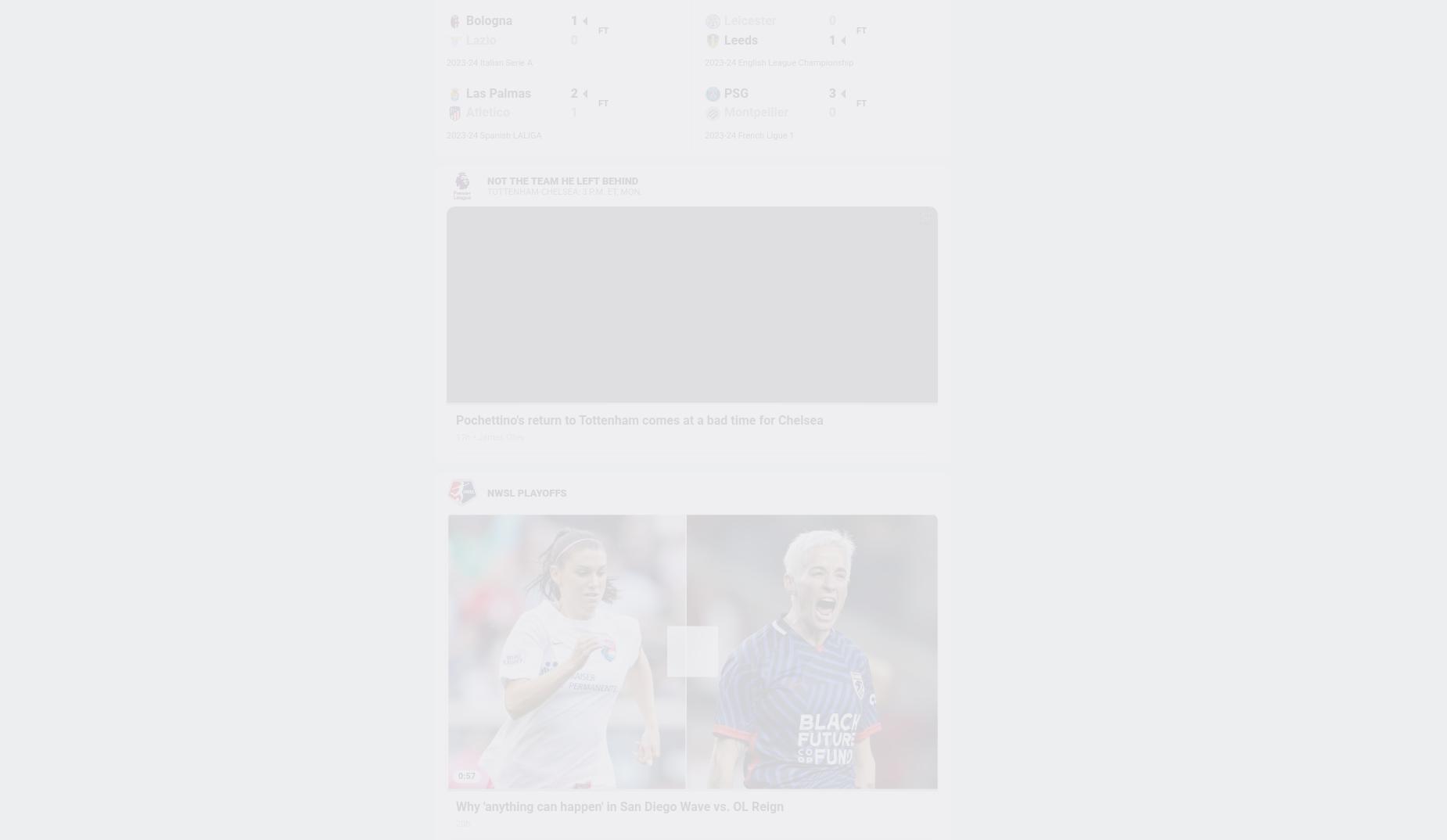  What do you see at coordinates (704, 63) in the screenshot?
I see `'2023-24 English League Championship'` at bounding box center [704, 63].